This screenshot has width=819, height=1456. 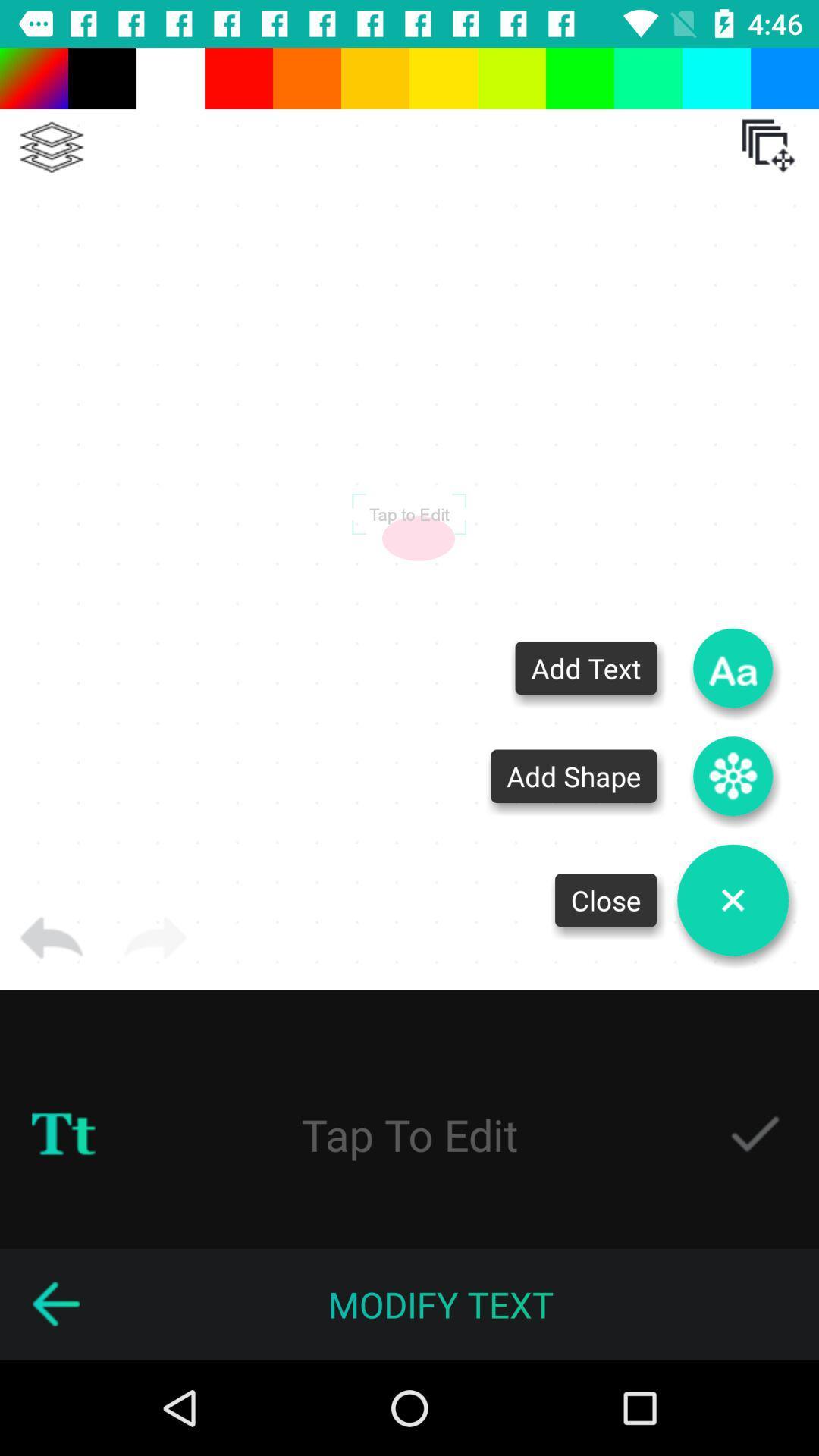 I want to click on editor, so click(x=732, y=900).